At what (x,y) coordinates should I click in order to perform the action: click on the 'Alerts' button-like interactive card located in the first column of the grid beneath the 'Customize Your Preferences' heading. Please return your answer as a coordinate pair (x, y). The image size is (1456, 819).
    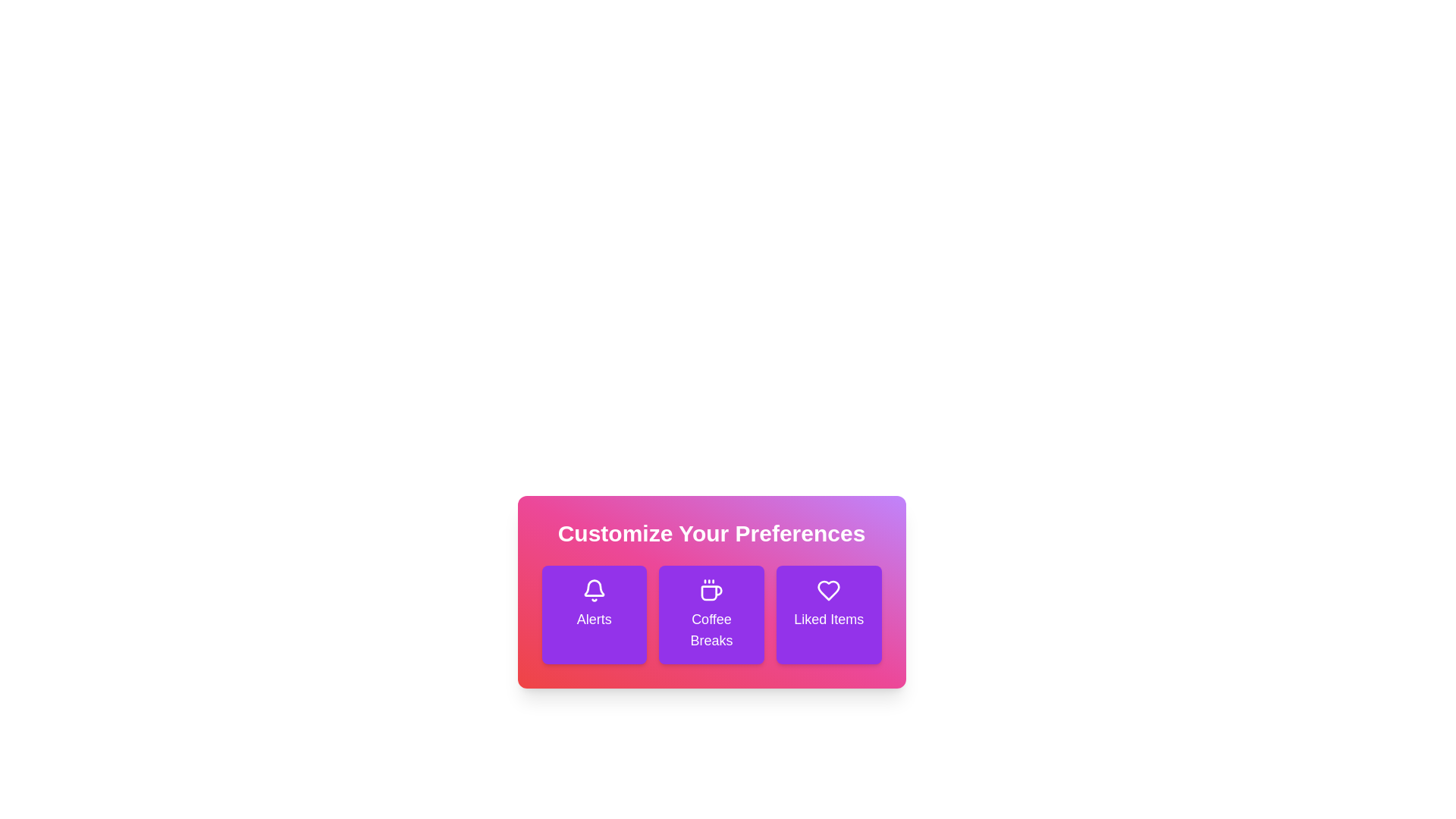
    Looking at the image, I should click on (593, 614).